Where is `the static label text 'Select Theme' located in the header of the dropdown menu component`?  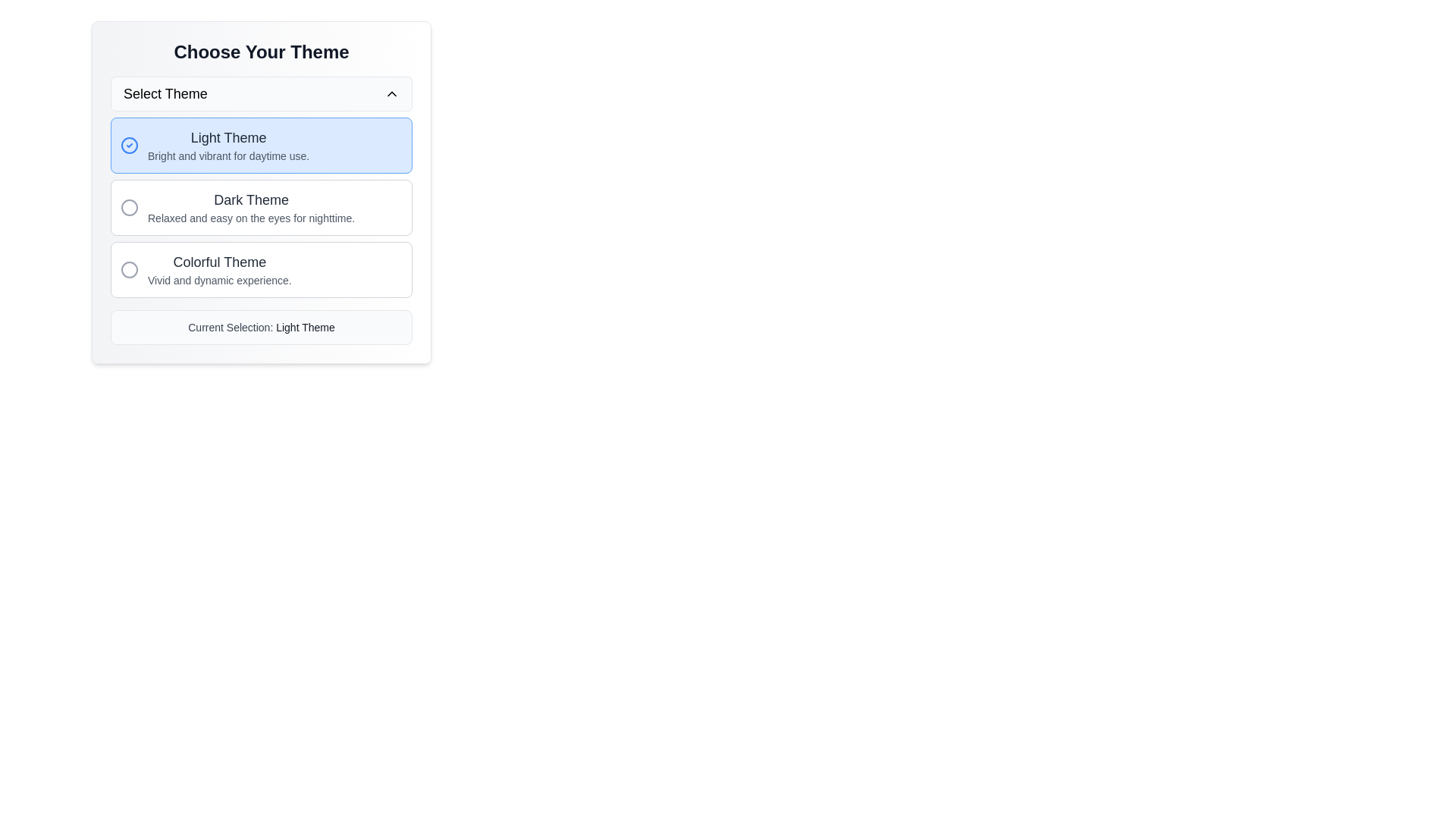 the static label text 'Select Theme' located in the header of the dropdown menu component is located at coordinates (165, 93).